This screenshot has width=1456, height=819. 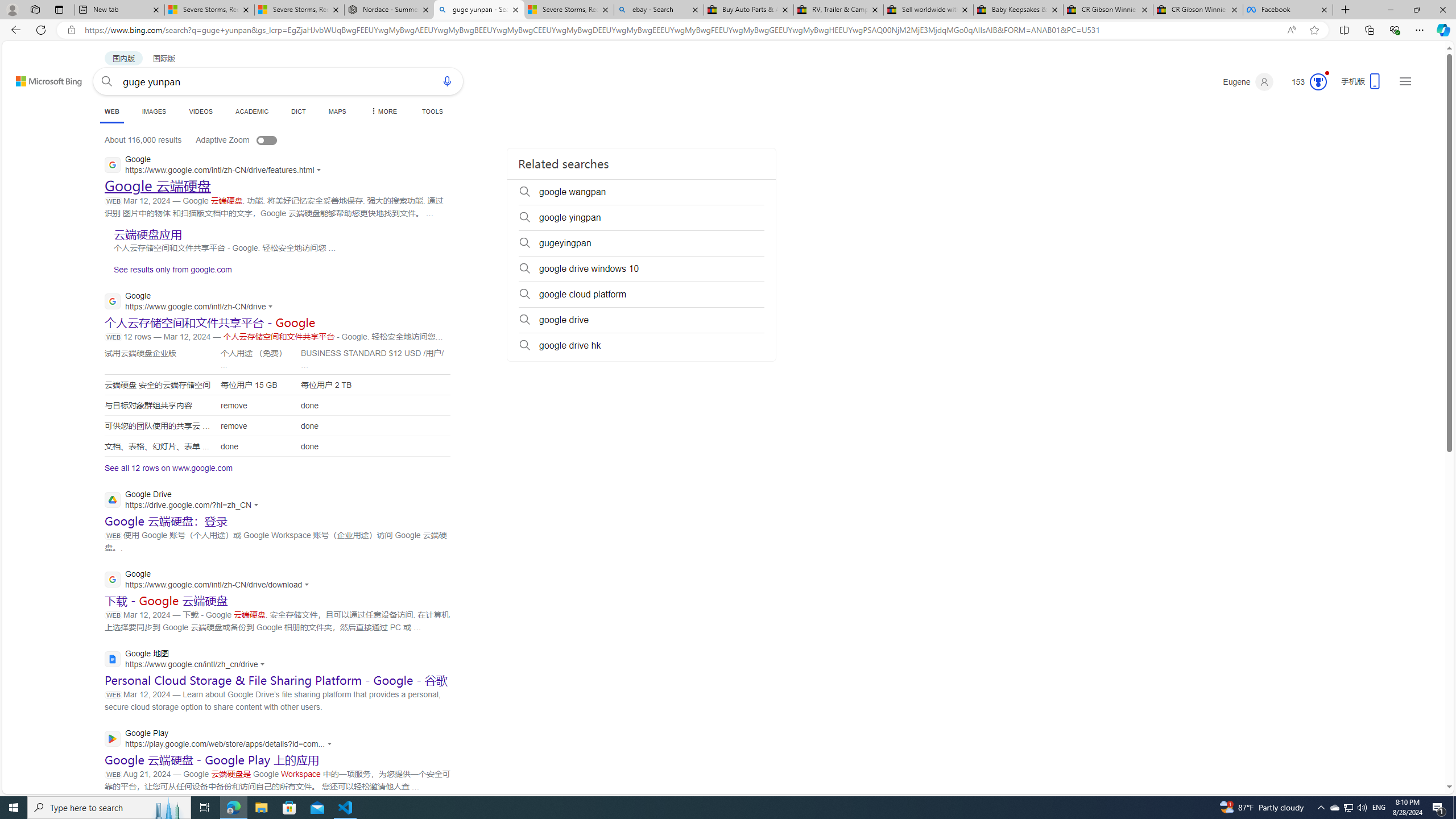 What do you see at coordinates (1389, 9) in the screenshot?
I see `'Minimize'` at bounding box center [1389, 9].